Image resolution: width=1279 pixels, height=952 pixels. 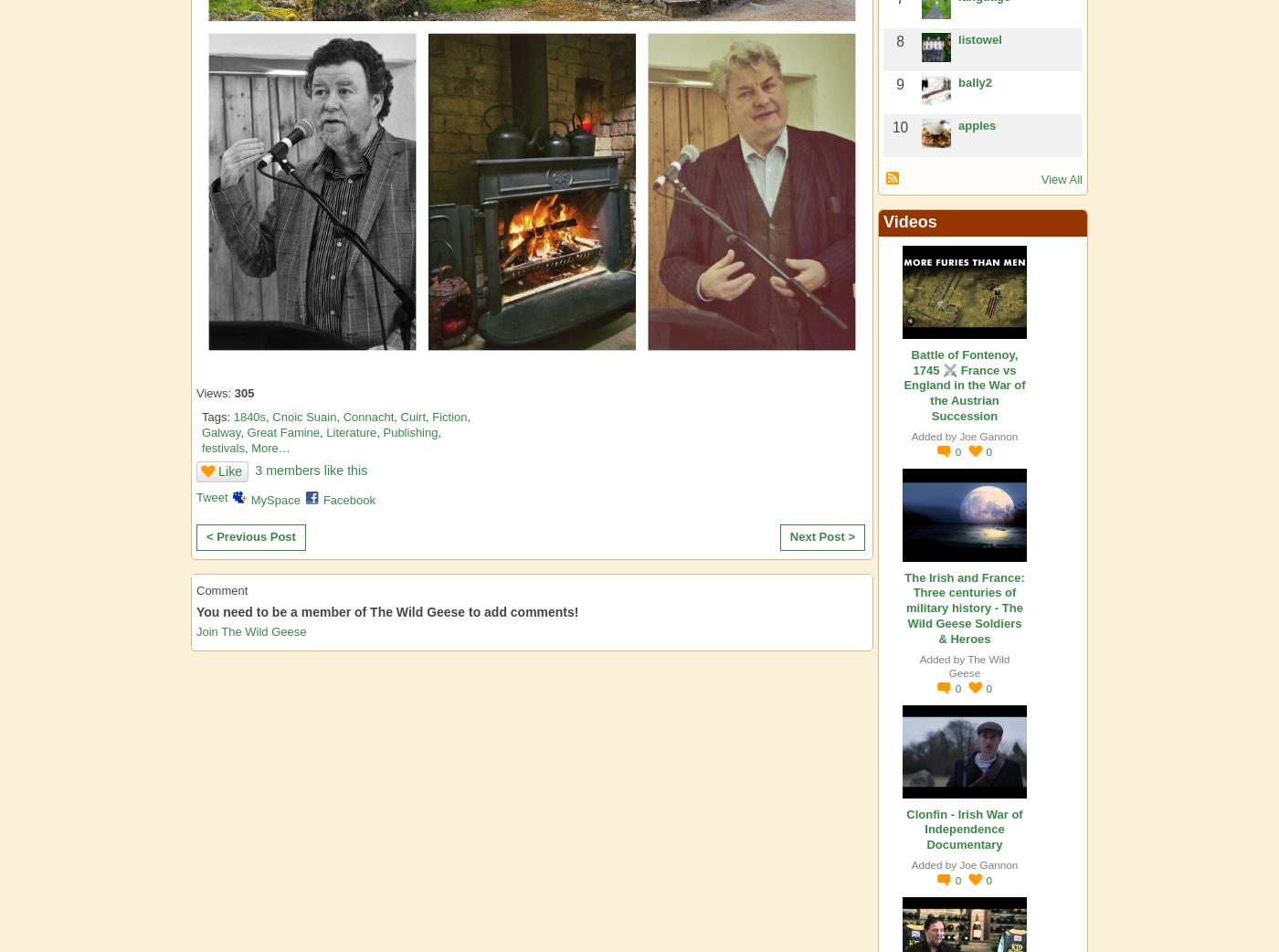 What do you see at coordinates (222, 448) in the screenshot?
I see `'festivals'` at bounding box center [222, 448].